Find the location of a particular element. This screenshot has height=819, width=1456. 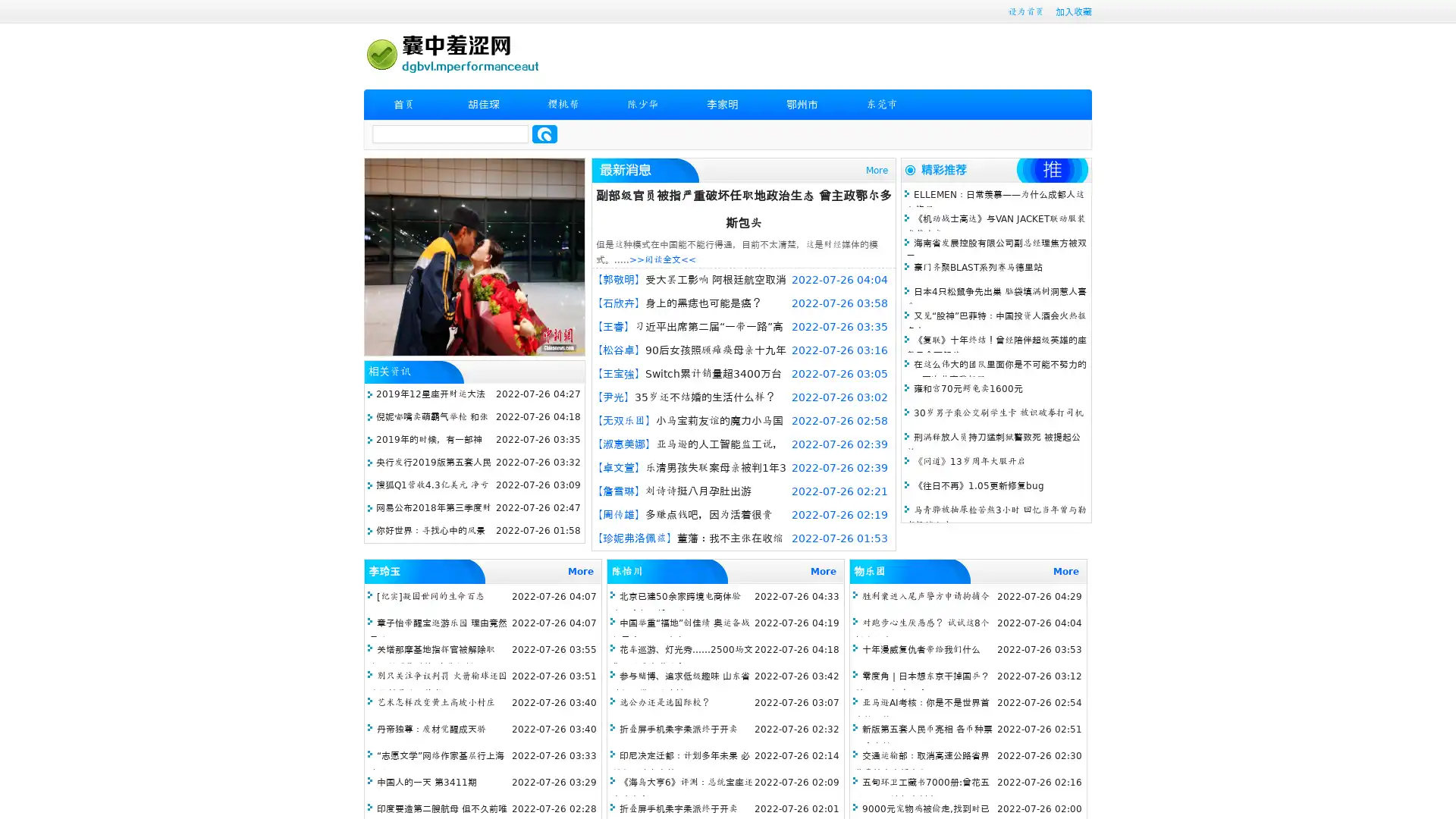

Search is located at coordinates (544, 133).